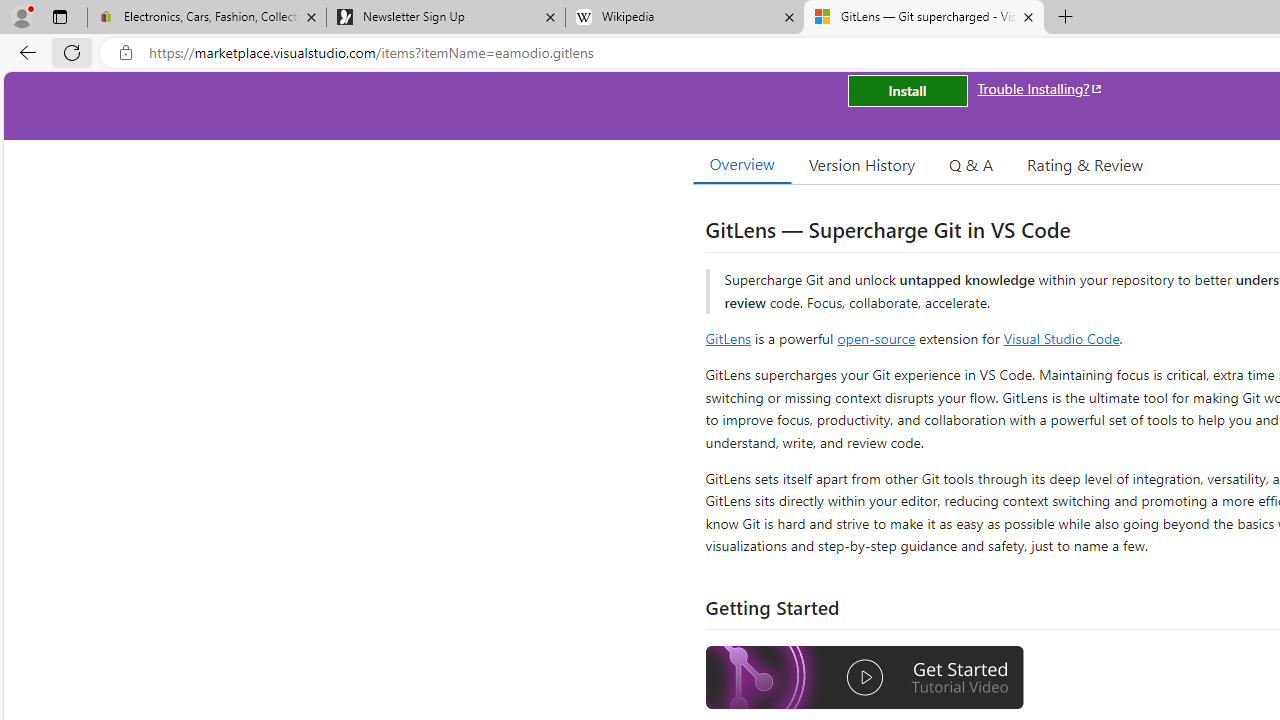 The image size is (1280, 720). I want to click on 'Wikipedia', so click(684, 17).